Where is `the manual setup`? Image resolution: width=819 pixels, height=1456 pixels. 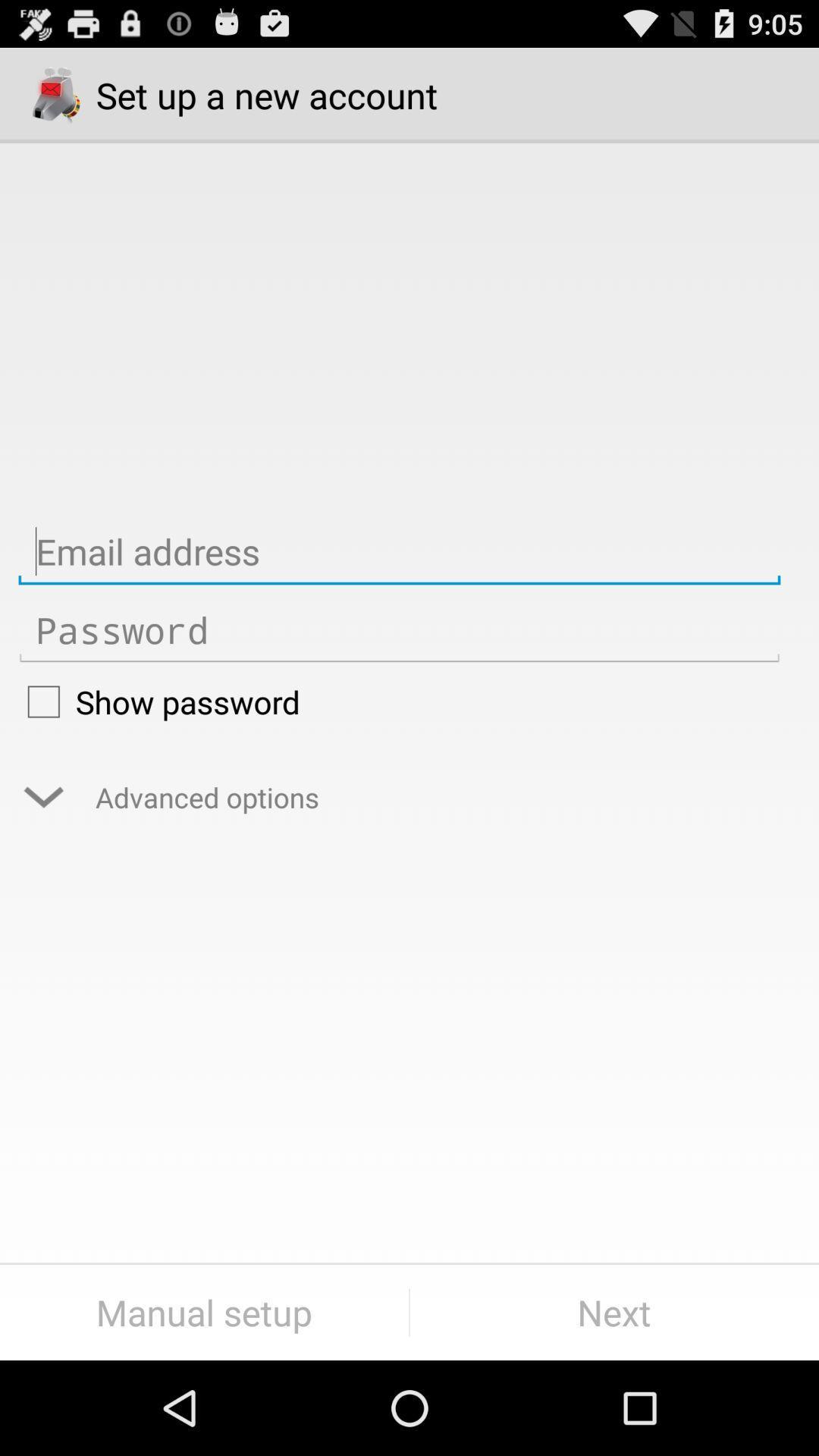 the manual setup is located at coordinates (203, 1312).